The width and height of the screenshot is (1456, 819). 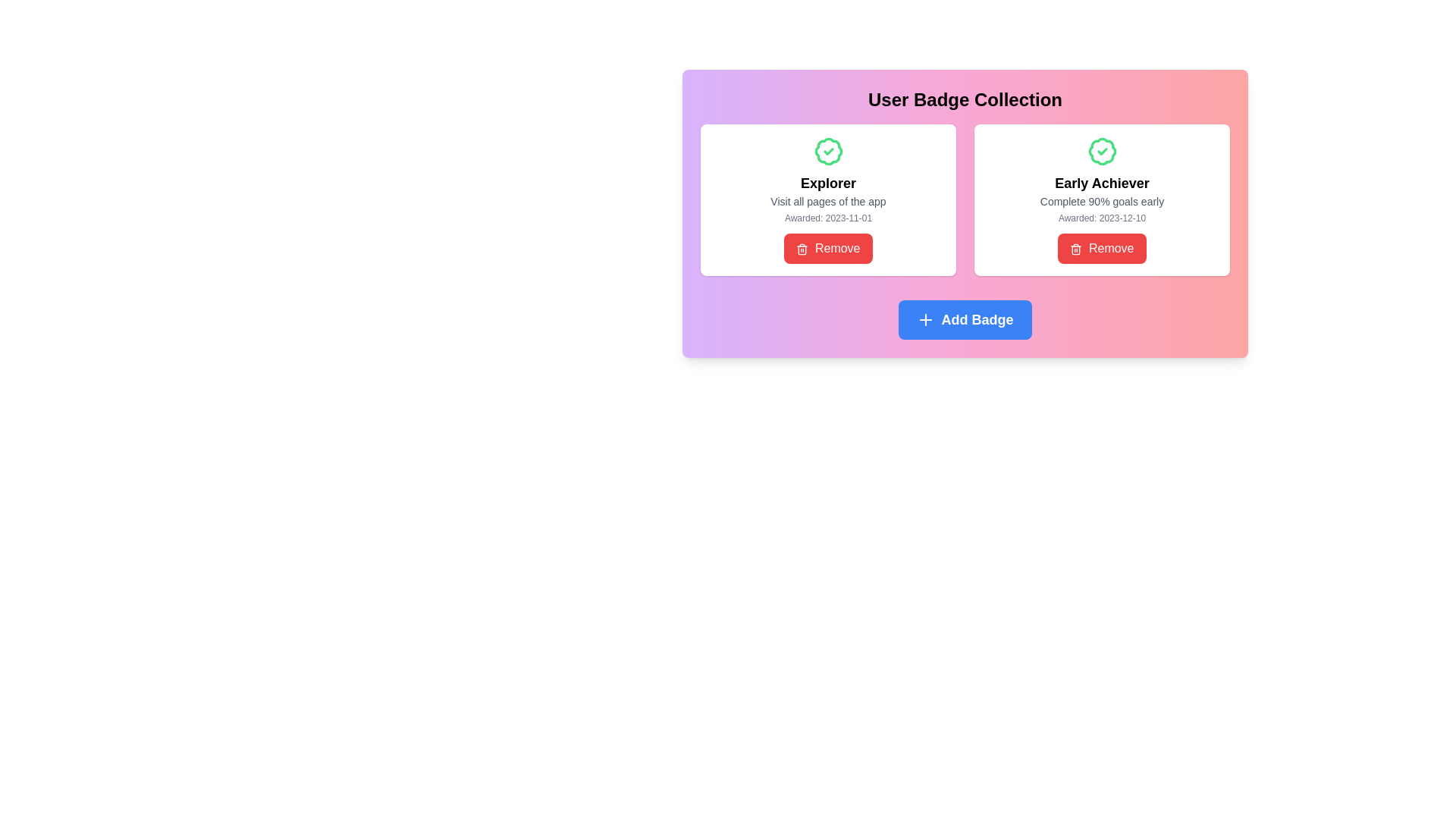 What do you see at coordinates (827, 201) in the screenshot?
I see `the text label displaying 'Visit all pages of the app', which is located in the 'Explorer' card in the top-left section of the user badge collection layout` at bounding box center [827, 201].